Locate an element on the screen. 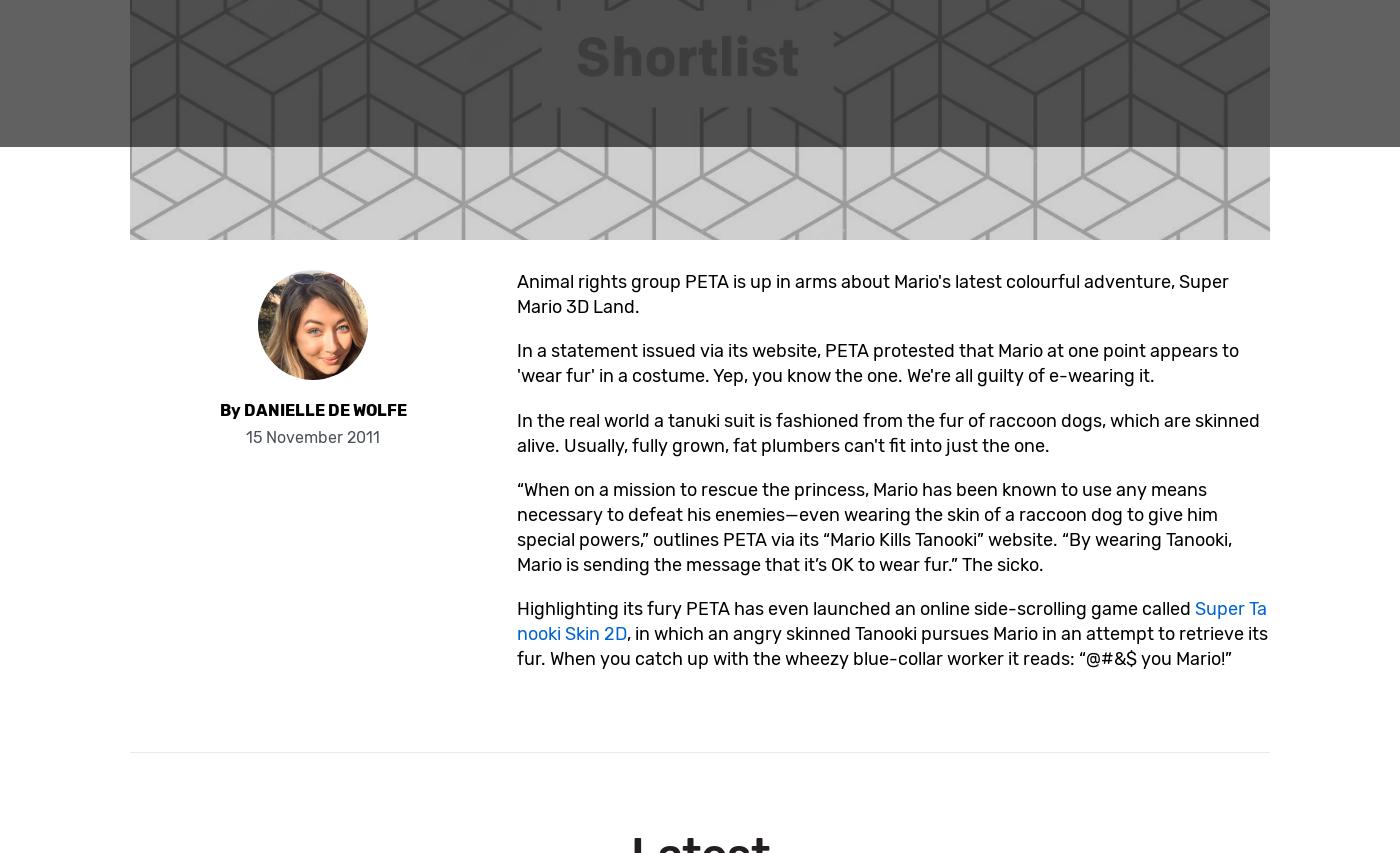 The height and width of the screenshot is (853, 1400). 'In the real world a tanuki suit is fashioned from the fur of raccoon dogs, which are skinned alive. Usually, fully grown, fat plumbers can't fit into just the one.' is located at coordinates (887, 432).